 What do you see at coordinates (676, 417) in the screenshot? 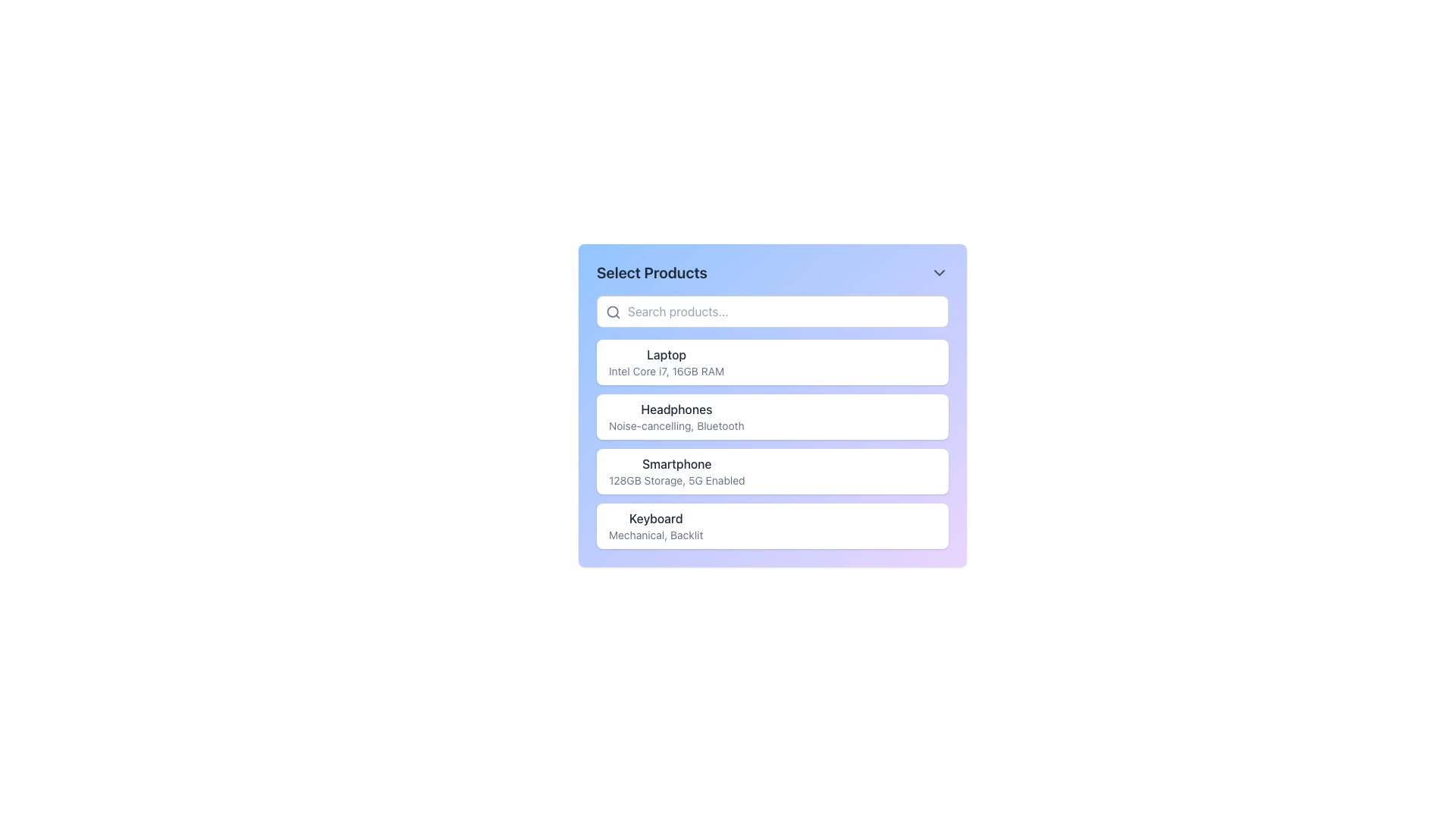
I see `the selectable option for headphones, which is the second item in the vertical list of product options` at bounding box center [676, 417].